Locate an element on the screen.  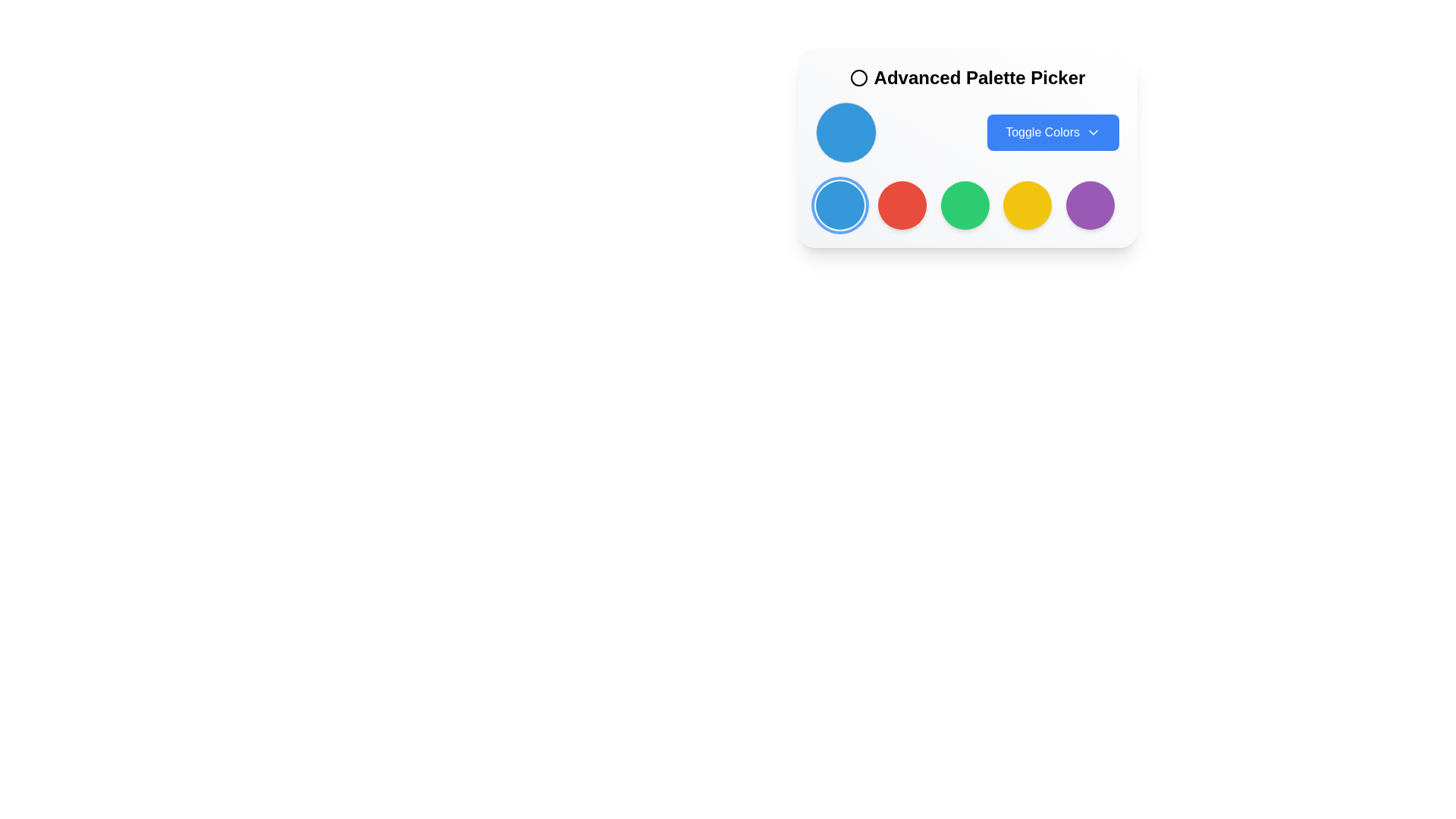
the green color selection button is located at coordinates (964, 205).